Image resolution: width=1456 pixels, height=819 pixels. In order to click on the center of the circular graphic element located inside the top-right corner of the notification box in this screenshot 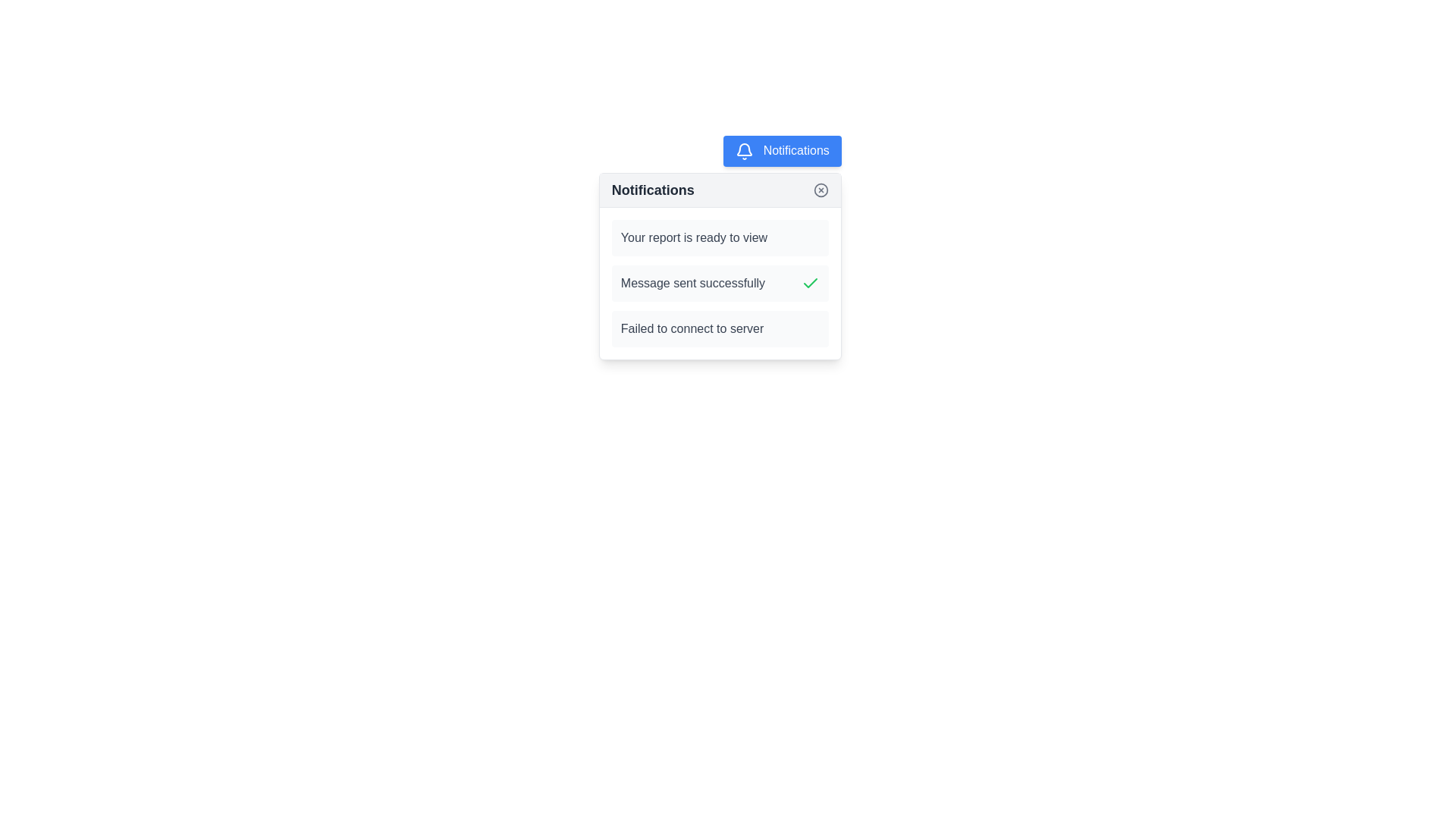, I will do `click(820, 189)`.